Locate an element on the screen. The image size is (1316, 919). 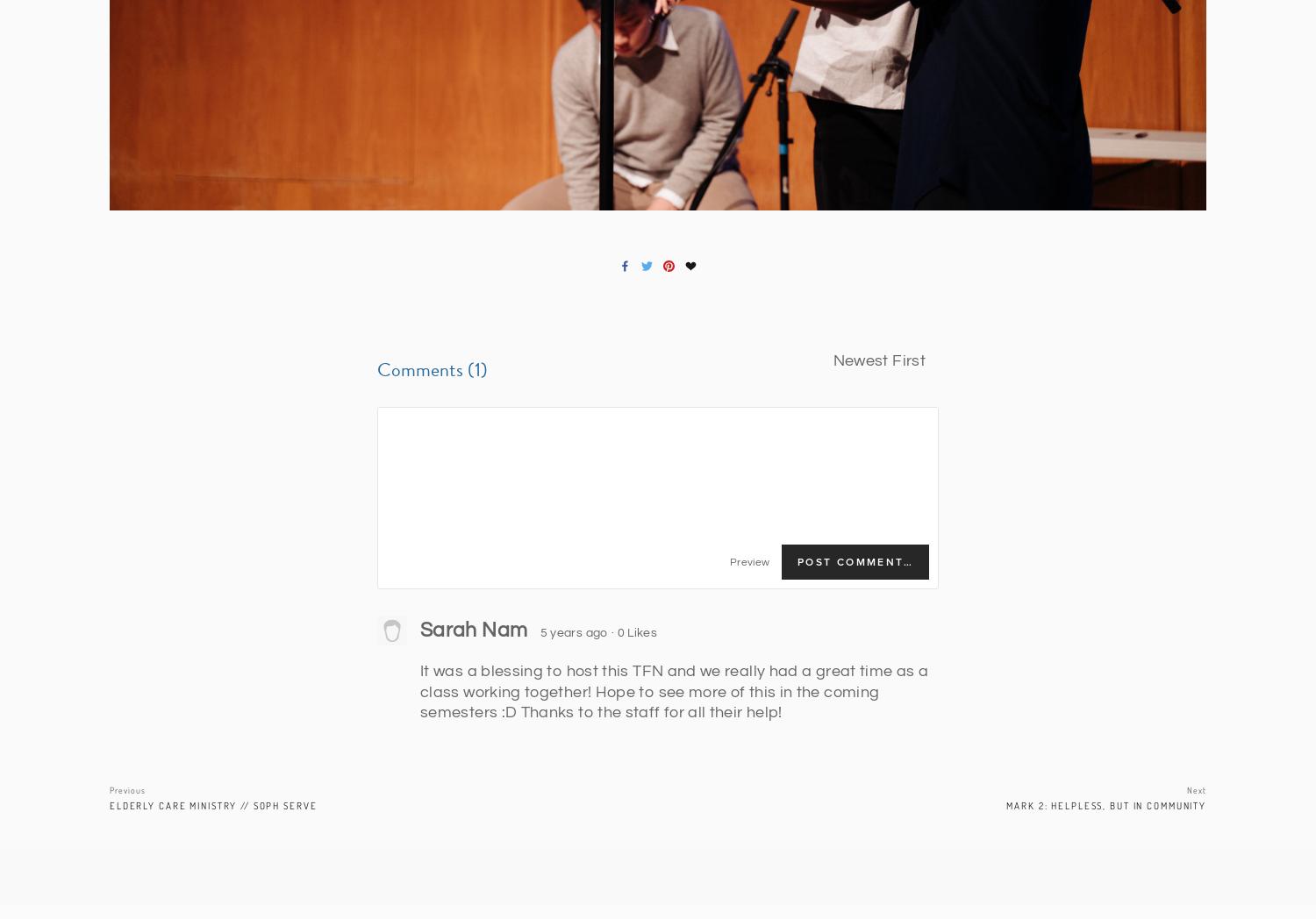
'Newest First' is located at coordinates (879, 360).